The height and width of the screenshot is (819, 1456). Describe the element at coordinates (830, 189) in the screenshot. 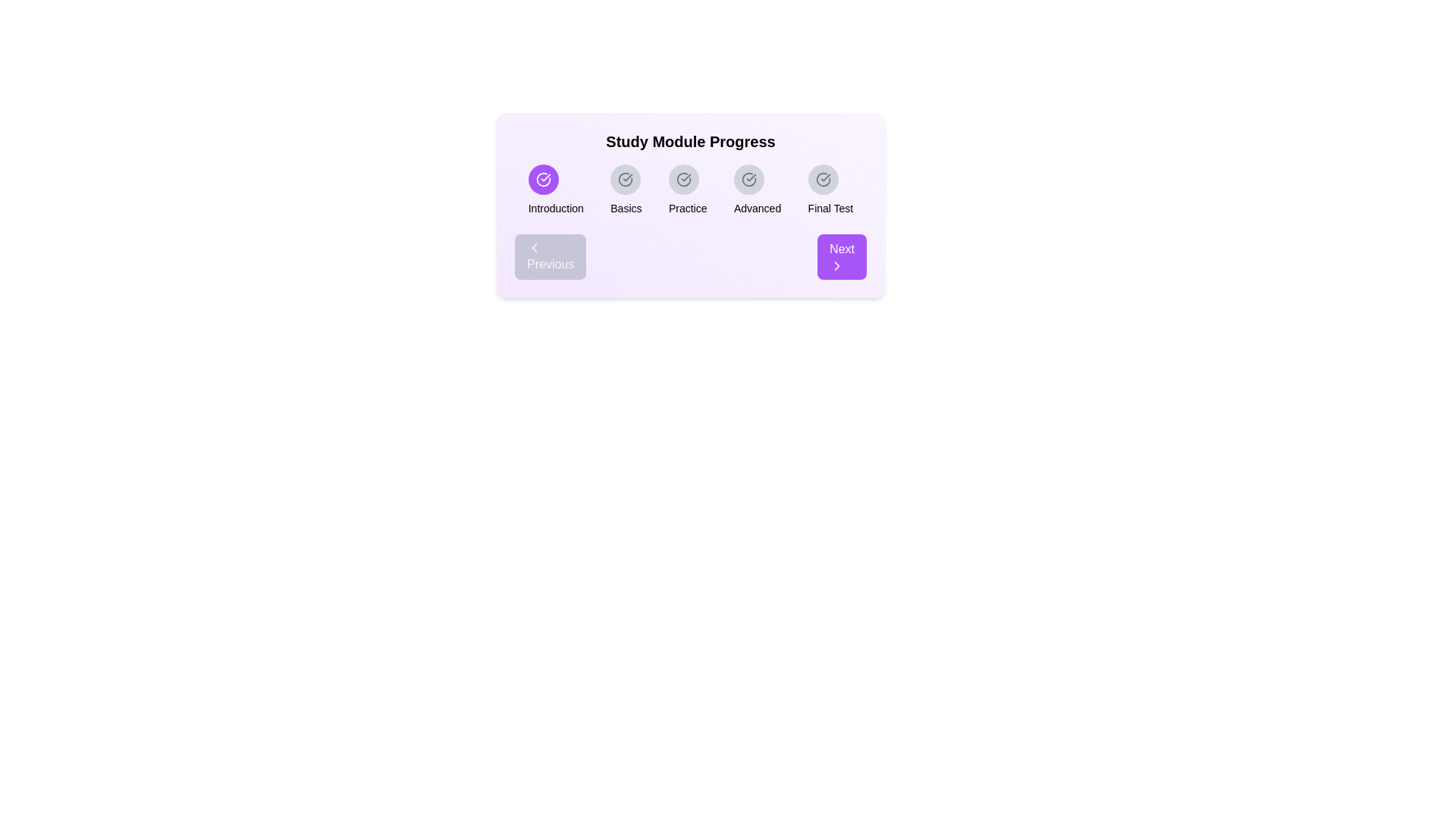

I see `the 'Final Test' milestone indicator icon located at the farthest right position in the study module progression group` at that location.